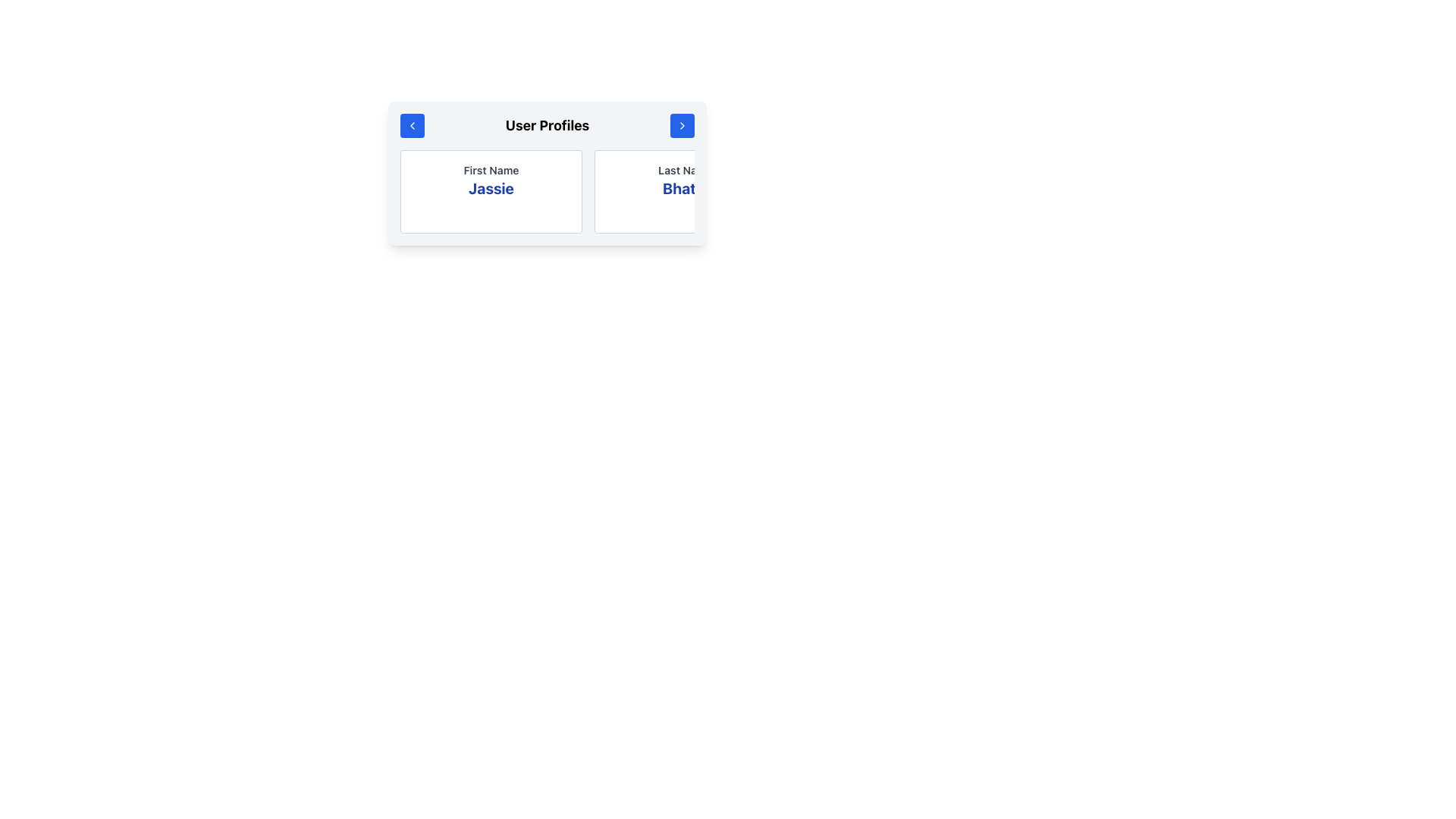  I want to click on the right-pointing arrow icon located within the blue circular button at the top right corner of the 'User Profiles' panel, so click(681, 124).